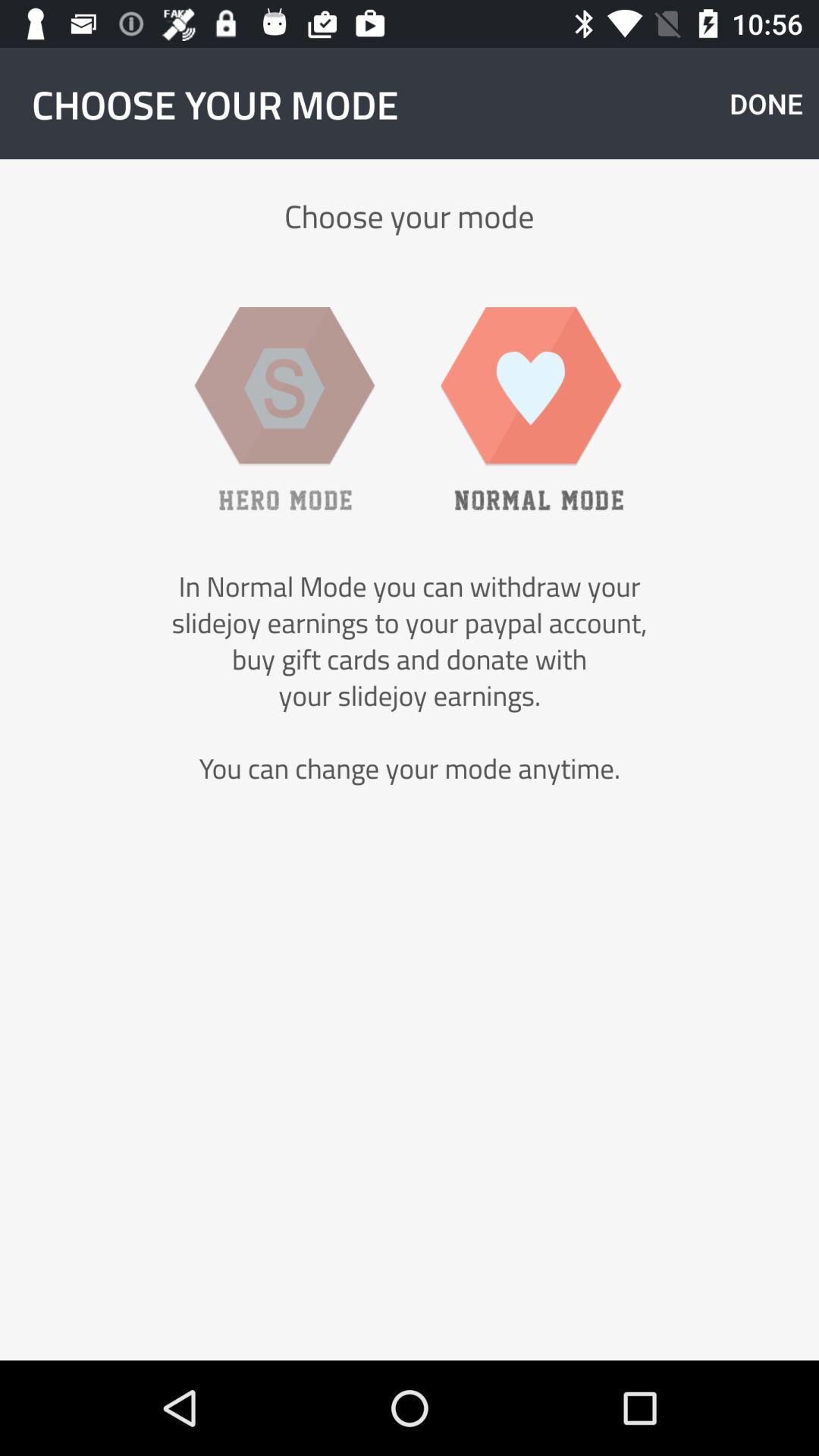 The width and height of the screenshot is (819, 1456). Describe the element at coordinates (284, 408) in the screenshot. I see `item above the in normal mode item` at that location.